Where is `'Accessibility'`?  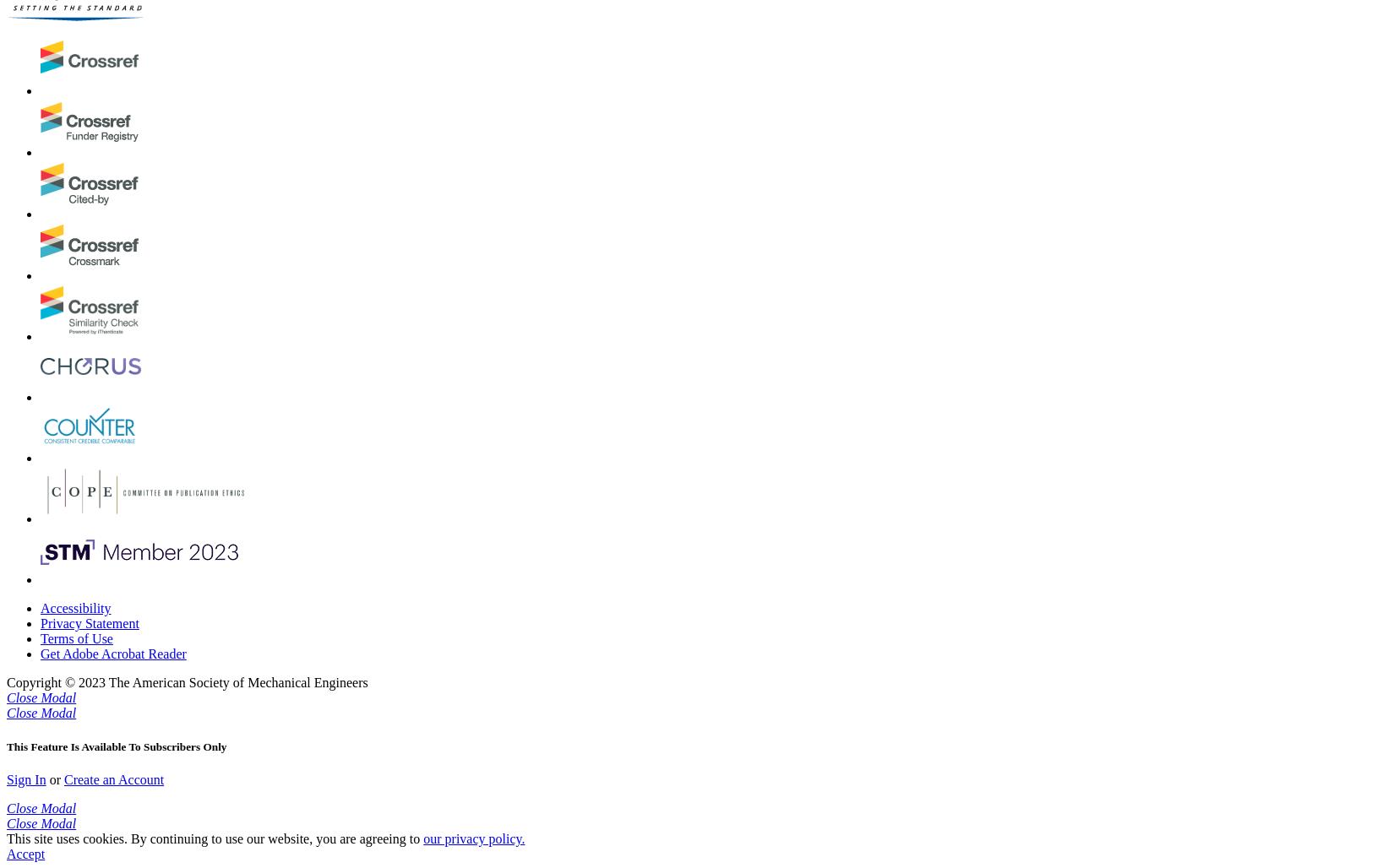
'Accessibility' is located at coordinates (74, 607).